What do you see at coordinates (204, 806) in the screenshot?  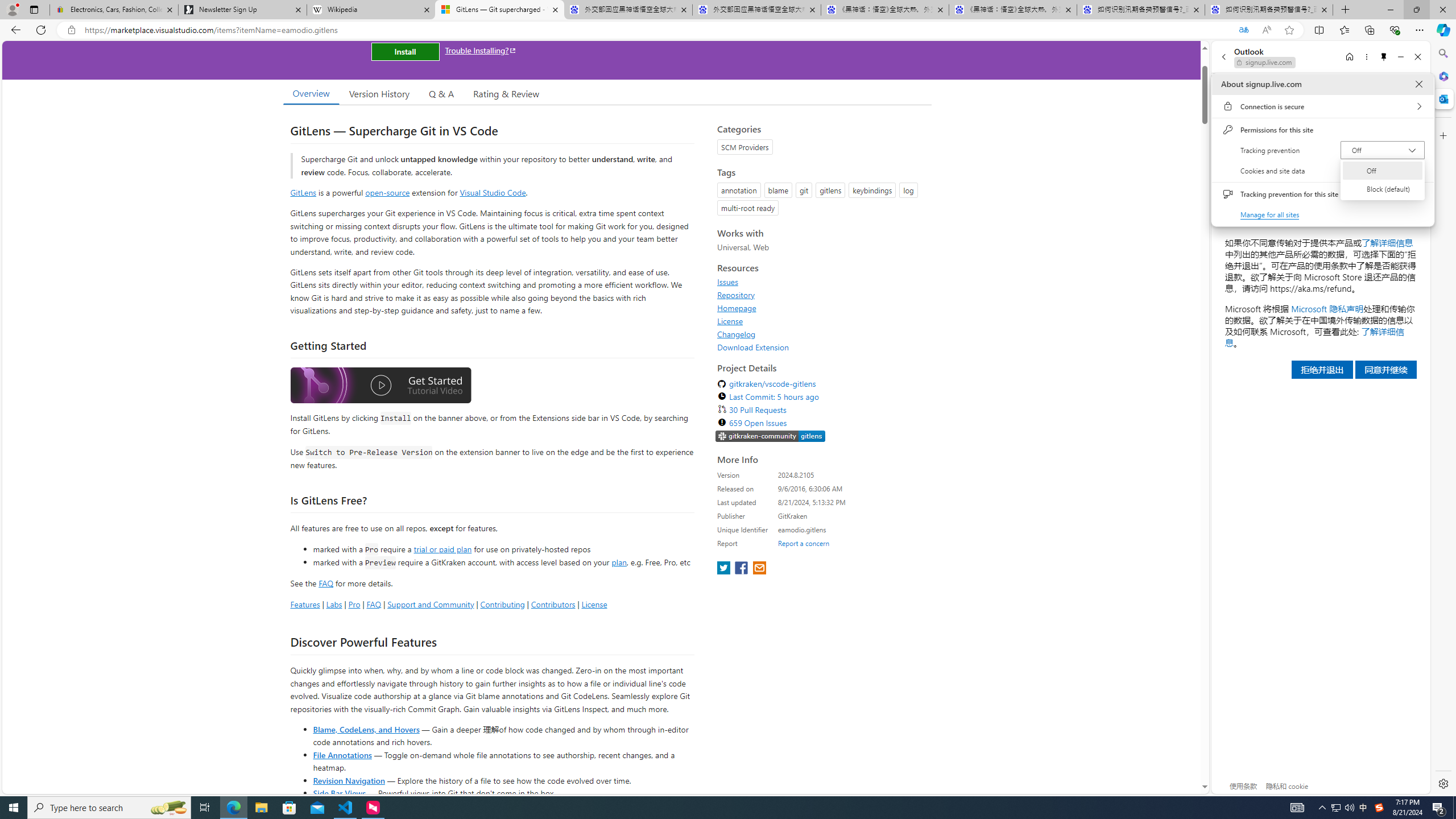 I see `'Task View'` at bounding box center [204, 806].